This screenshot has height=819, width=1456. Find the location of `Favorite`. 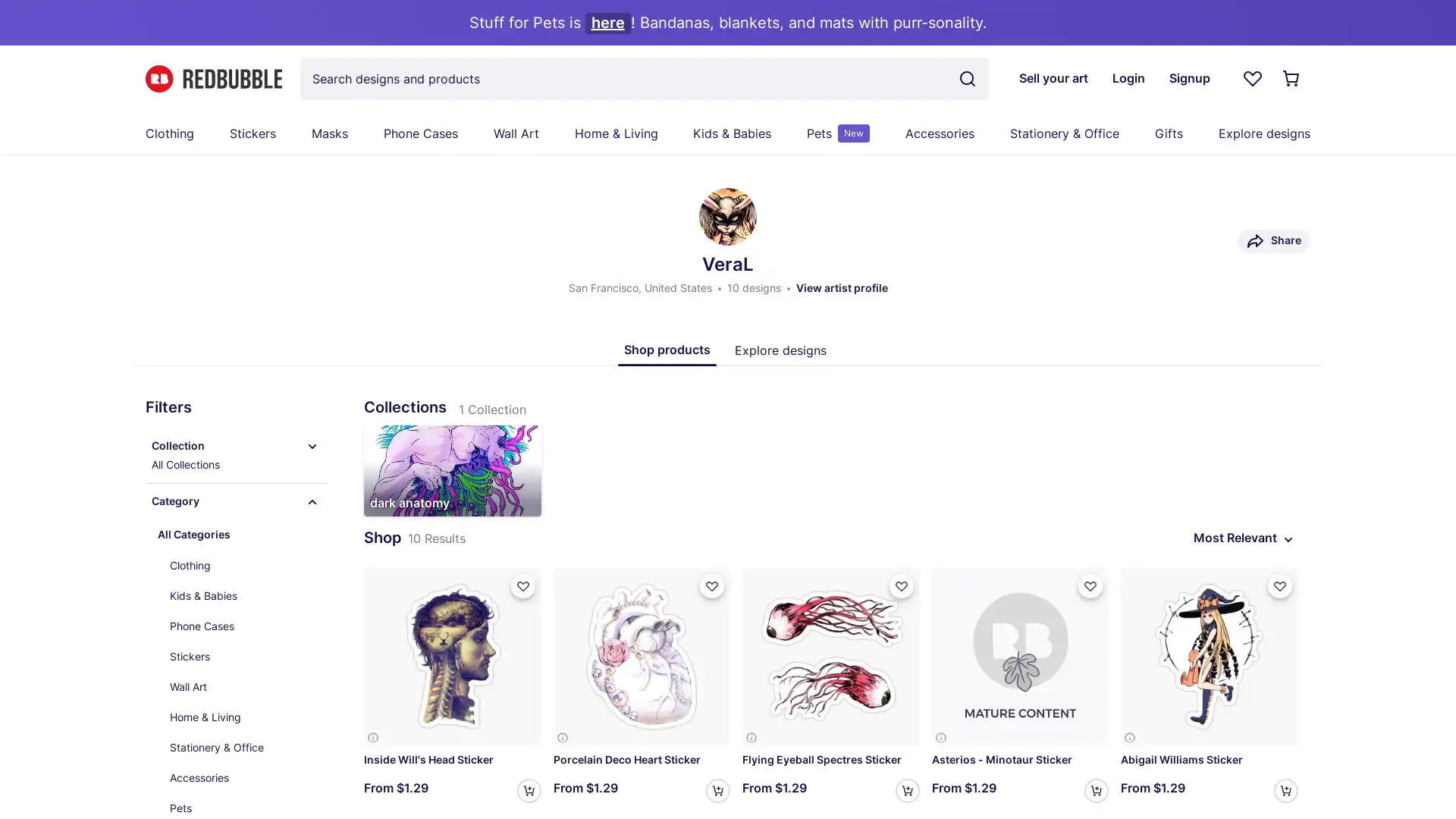

Favorite is located at coordinates (522, 585).